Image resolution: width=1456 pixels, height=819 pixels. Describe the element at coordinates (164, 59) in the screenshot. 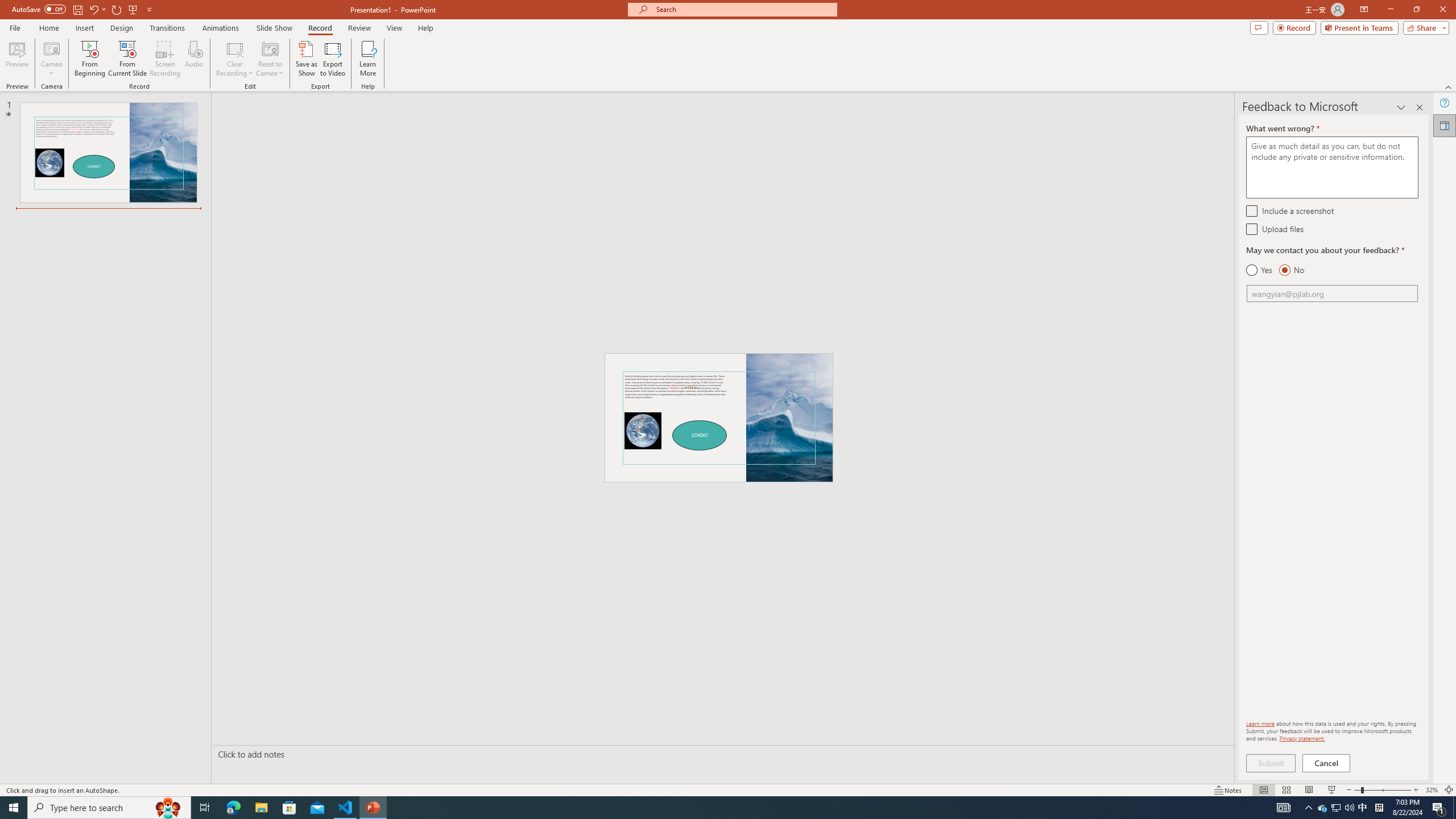

I see `'Screen Recording'` at that location.